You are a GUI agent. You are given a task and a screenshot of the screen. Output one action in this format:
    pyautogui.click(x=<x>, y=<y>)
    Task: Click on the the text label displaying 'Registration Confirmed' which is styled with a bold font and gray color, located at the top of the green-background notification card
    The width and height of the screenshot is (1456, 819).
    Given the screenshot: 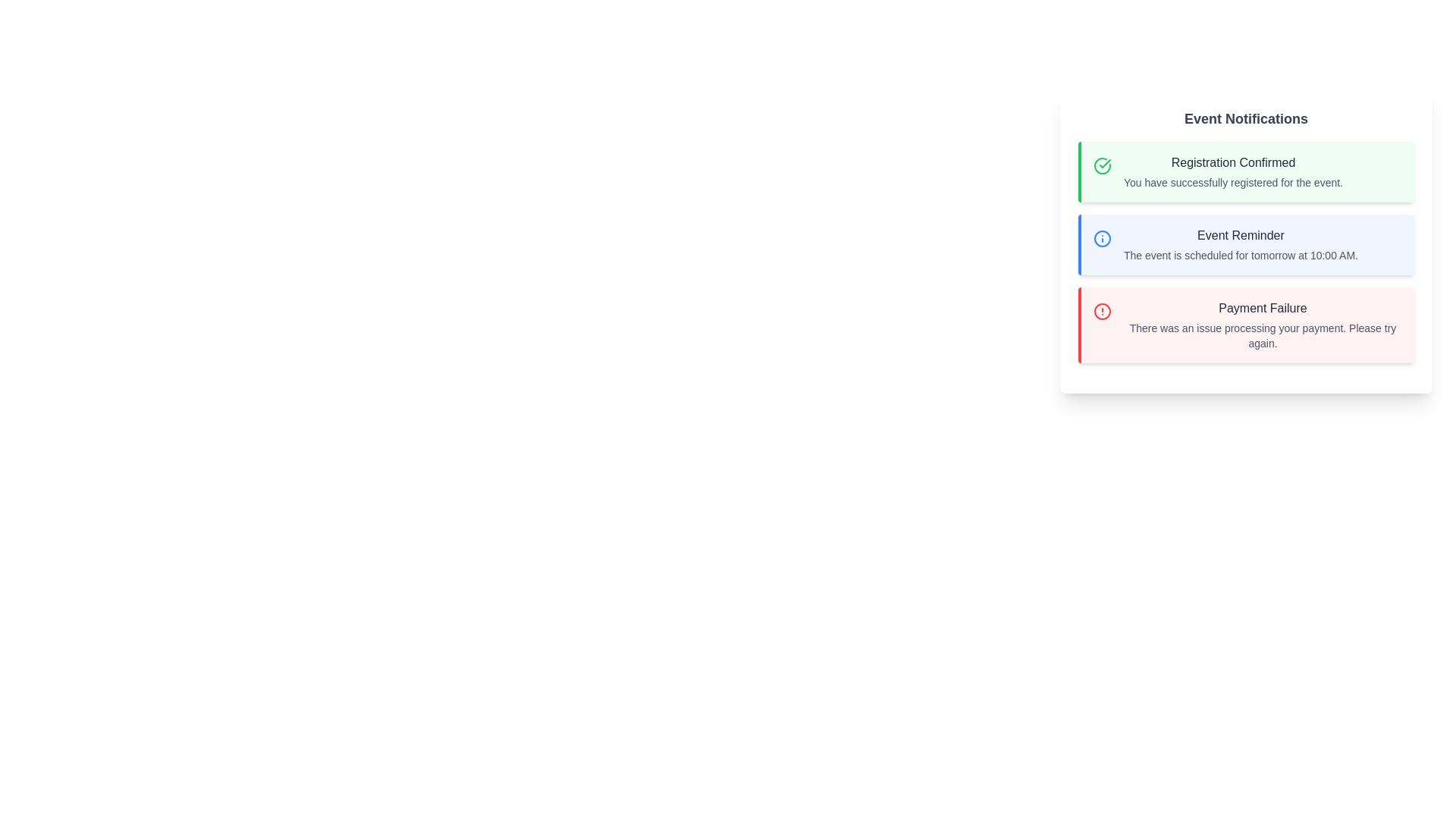 What is the action you would take?
    pyautogui.click(x=1233, y=163)
    